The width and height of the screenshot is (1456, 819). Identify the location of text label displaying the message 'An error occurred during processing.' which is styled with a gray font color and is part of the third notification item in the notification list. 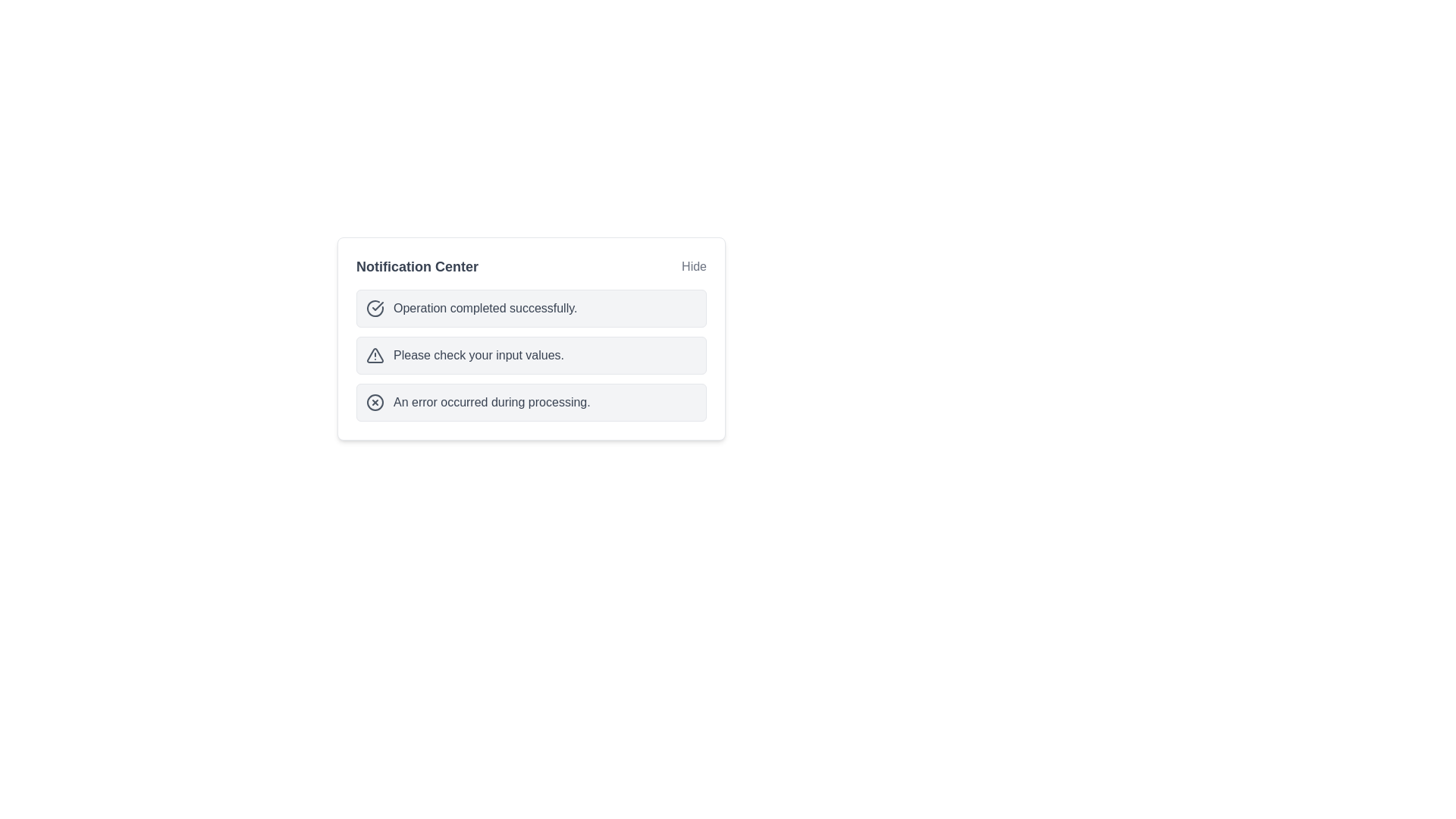
(491, 402).